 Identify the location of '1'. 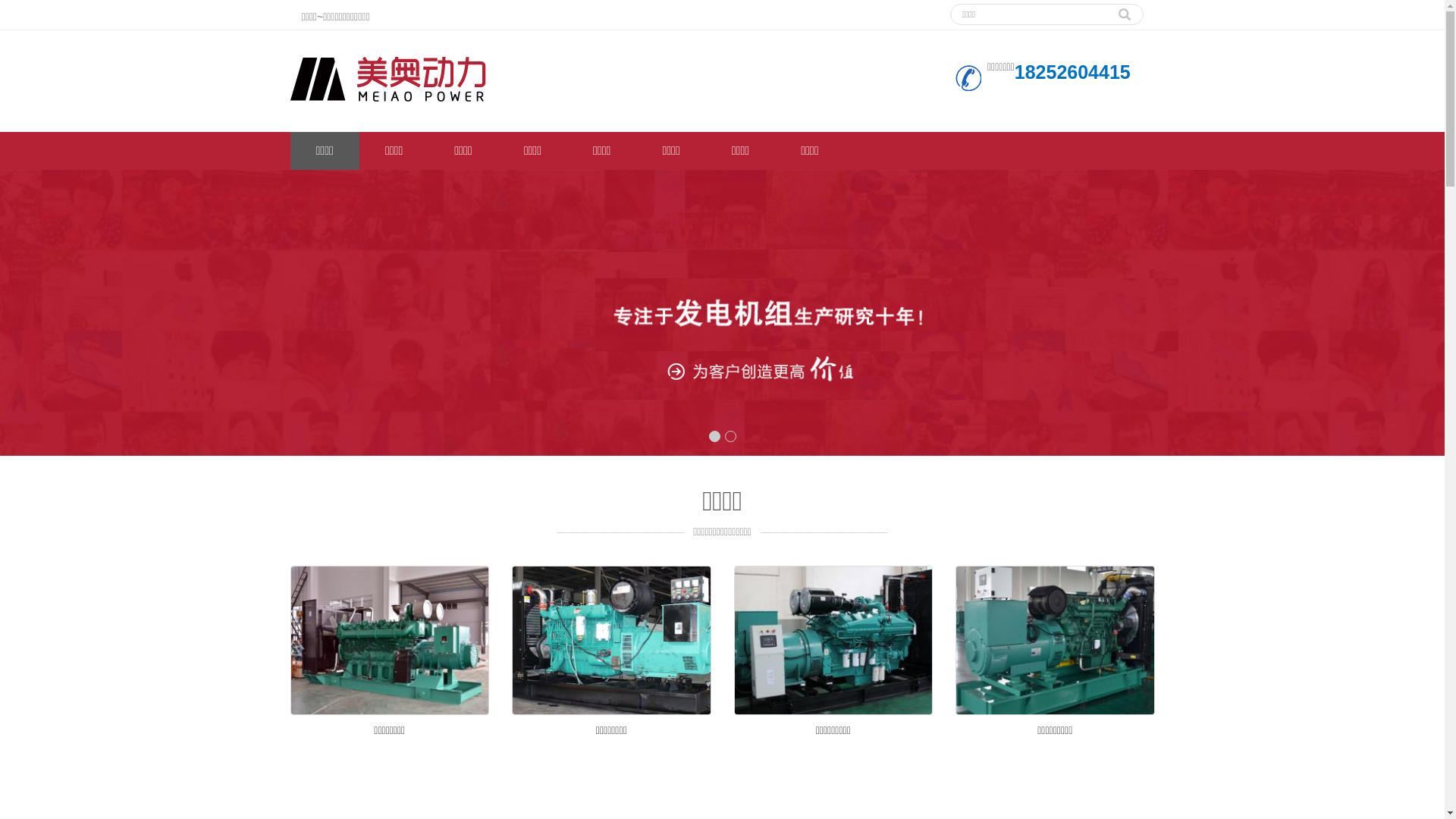
(708, 436).